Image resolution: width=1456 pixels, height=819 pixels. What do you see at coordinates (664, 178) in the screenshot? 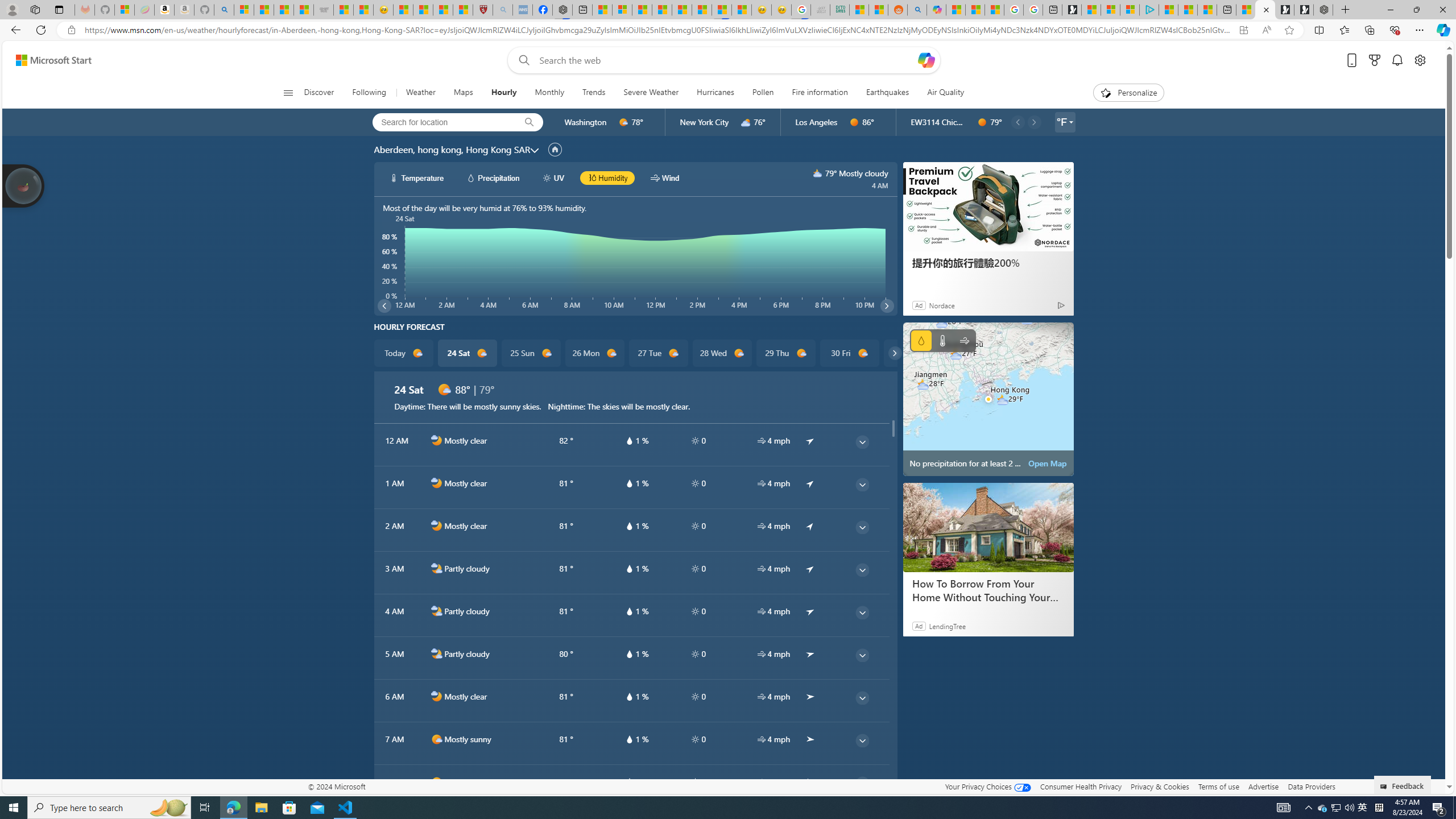
I see `'hourlyChart/windWhite Wind'` at bounding box center [664, 178].